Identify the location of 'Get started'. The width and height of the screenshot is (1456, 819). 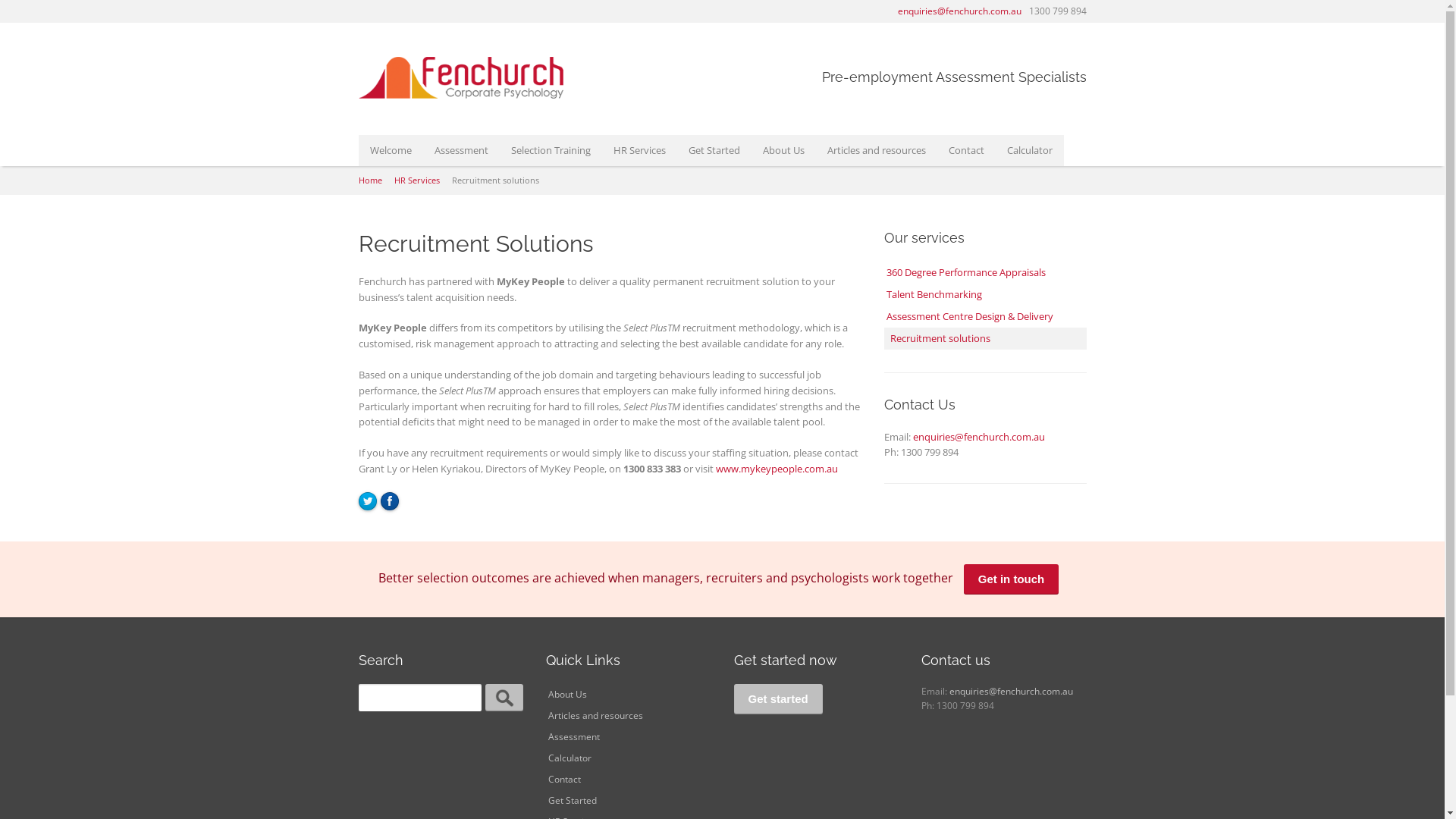
(778, 698).